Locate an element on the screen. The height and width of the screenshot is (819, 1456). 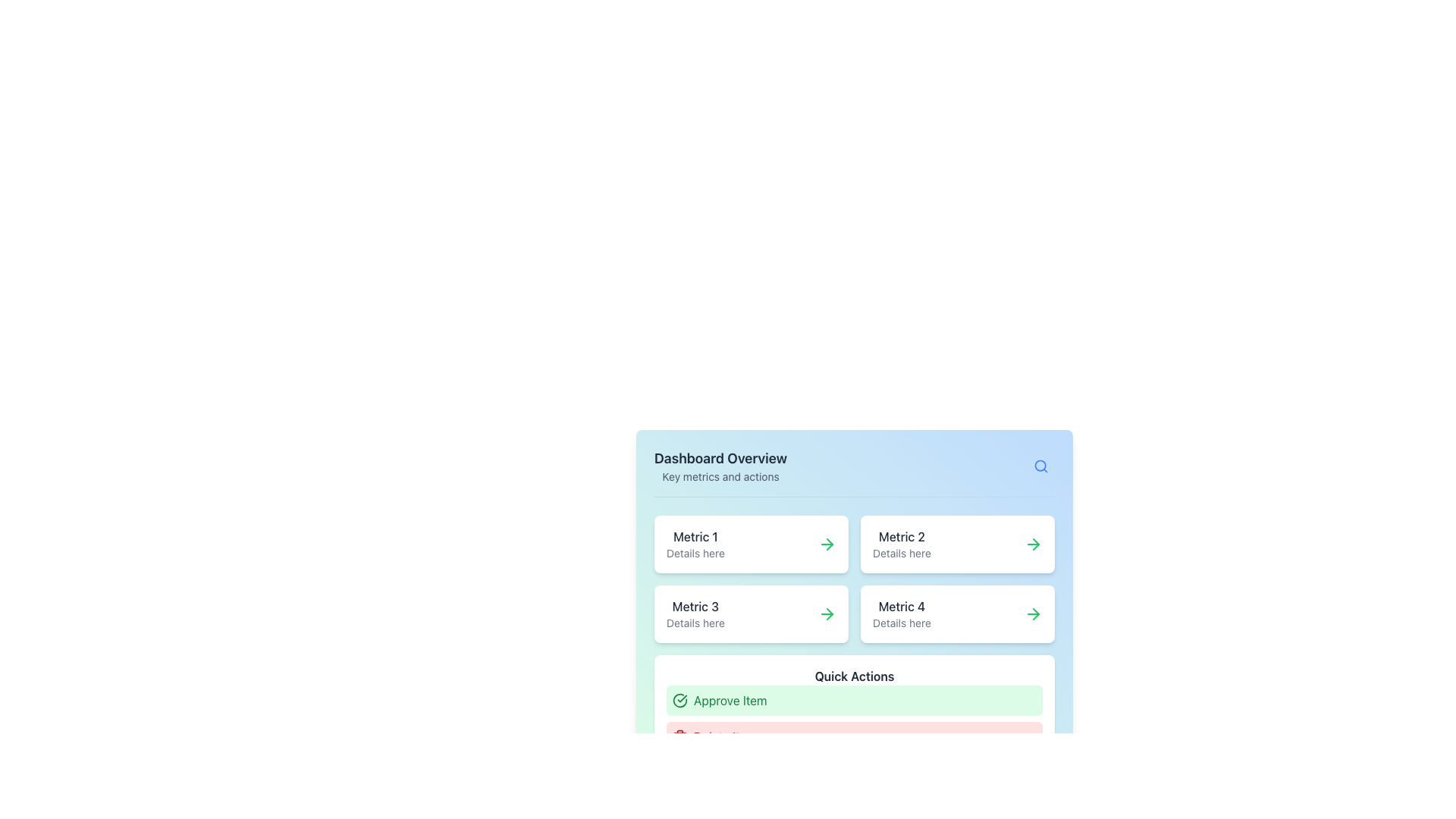
the static text element labeled 'Metric 3' in the bottom-left corner of the 'Dashboard Overview' section is located at coordinates (695, 605).